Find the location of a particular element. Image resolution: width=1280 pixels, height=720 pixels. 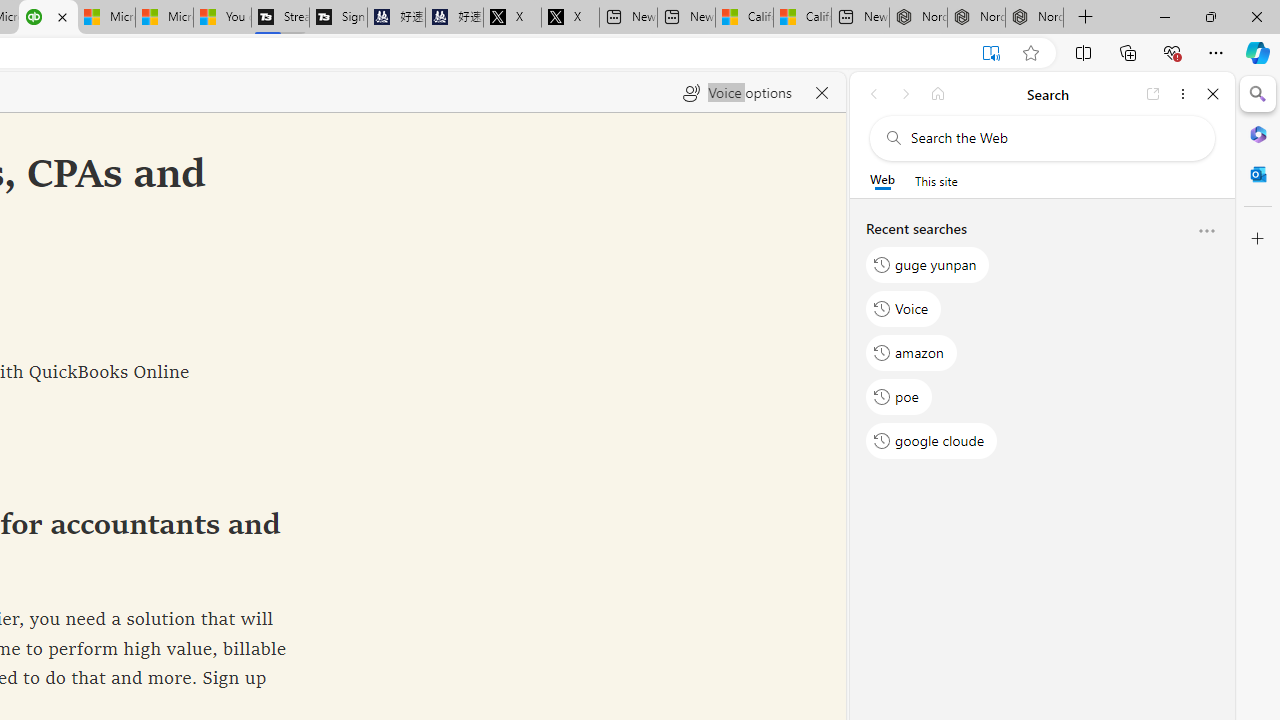

'Nordace - Best Sellers' is located at coordinates (917, 17).